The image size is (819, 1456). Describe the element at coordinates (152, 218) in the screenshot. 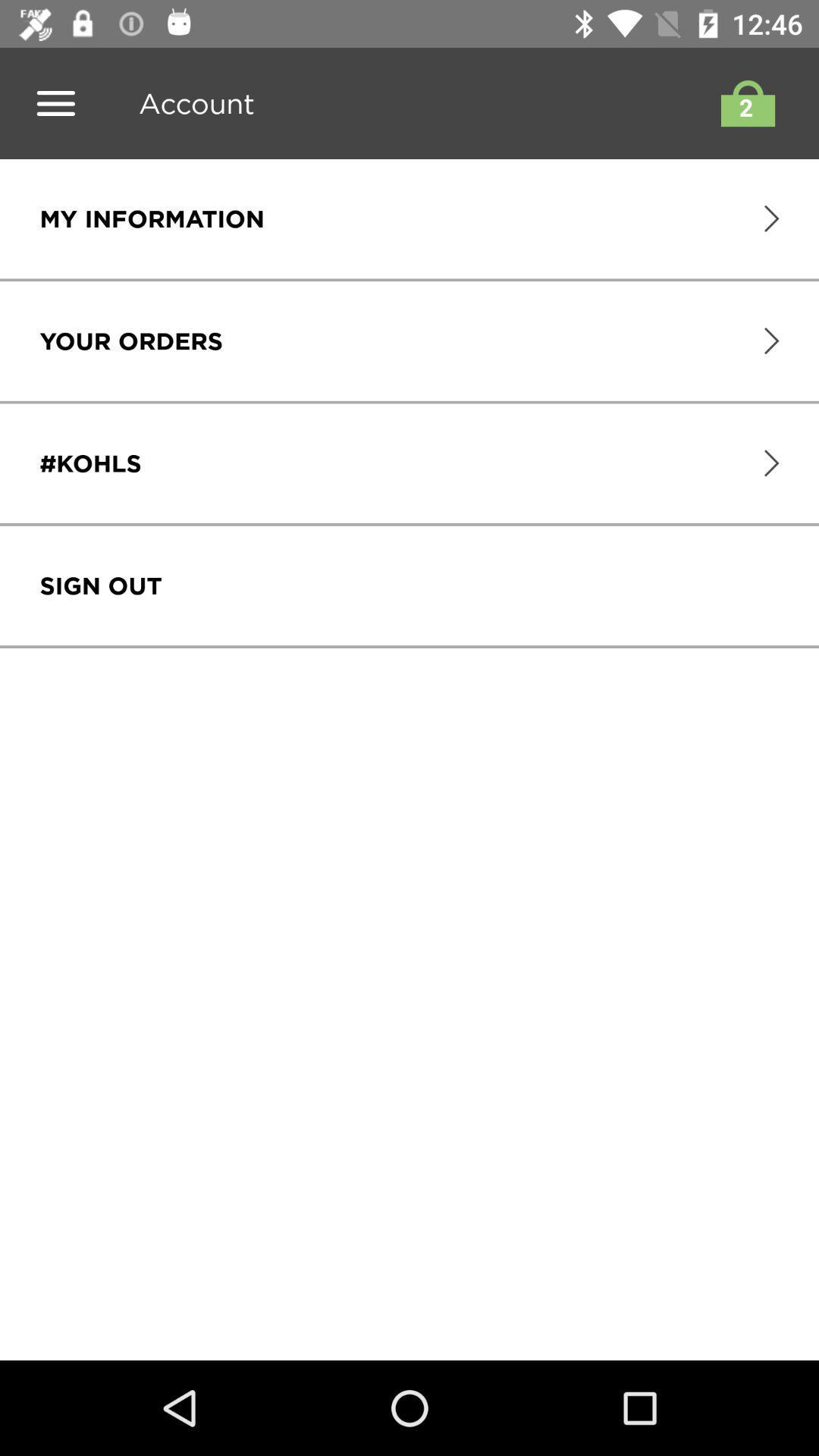

I see `item above your orders icon` at that location.